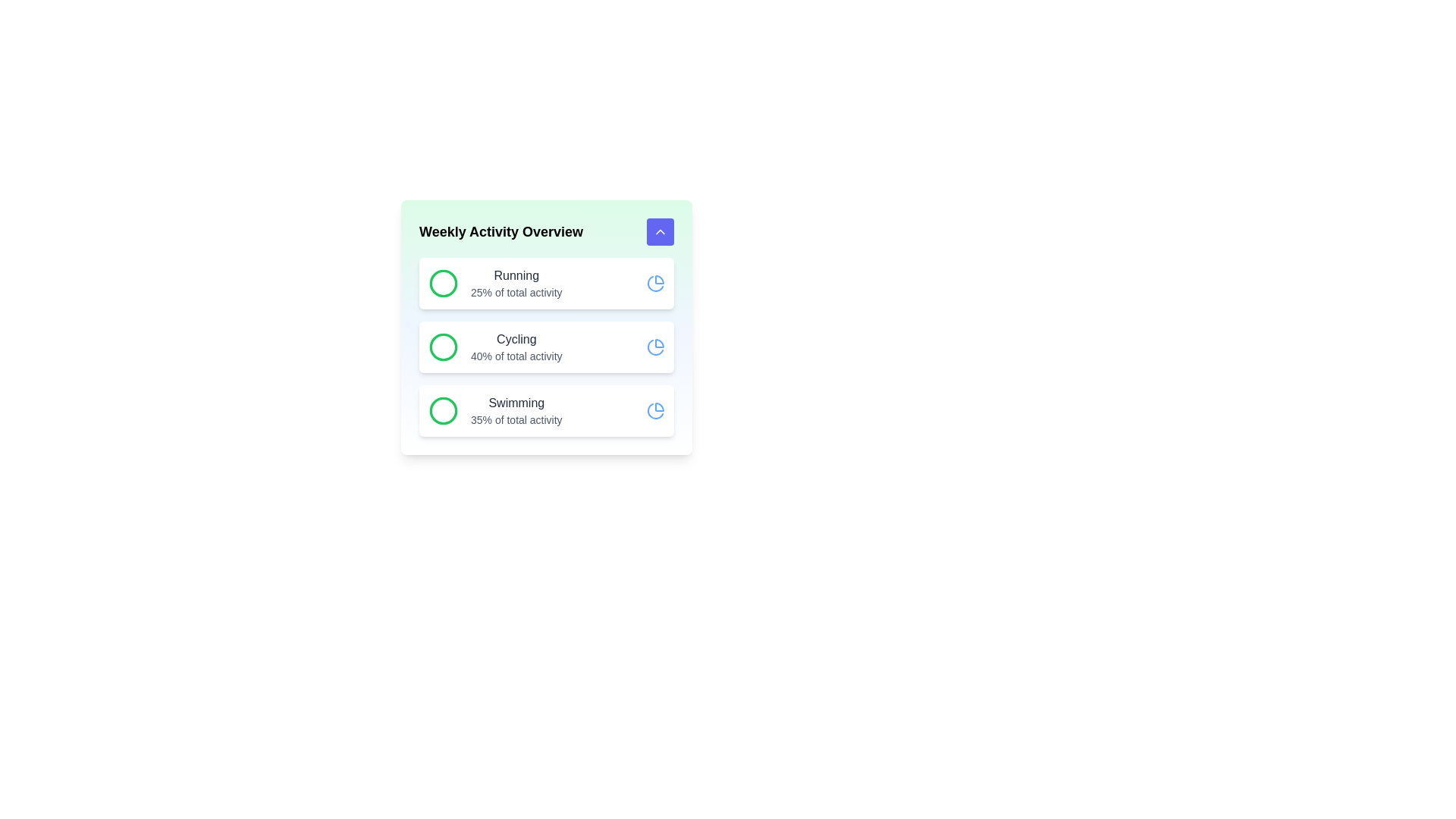  I want to click on the circular icon indicating the status of the 'Running' activity, located in the first row of the 'Weekly Activity Overview' section, to the left of the 'Running' text, so click(443, 284).